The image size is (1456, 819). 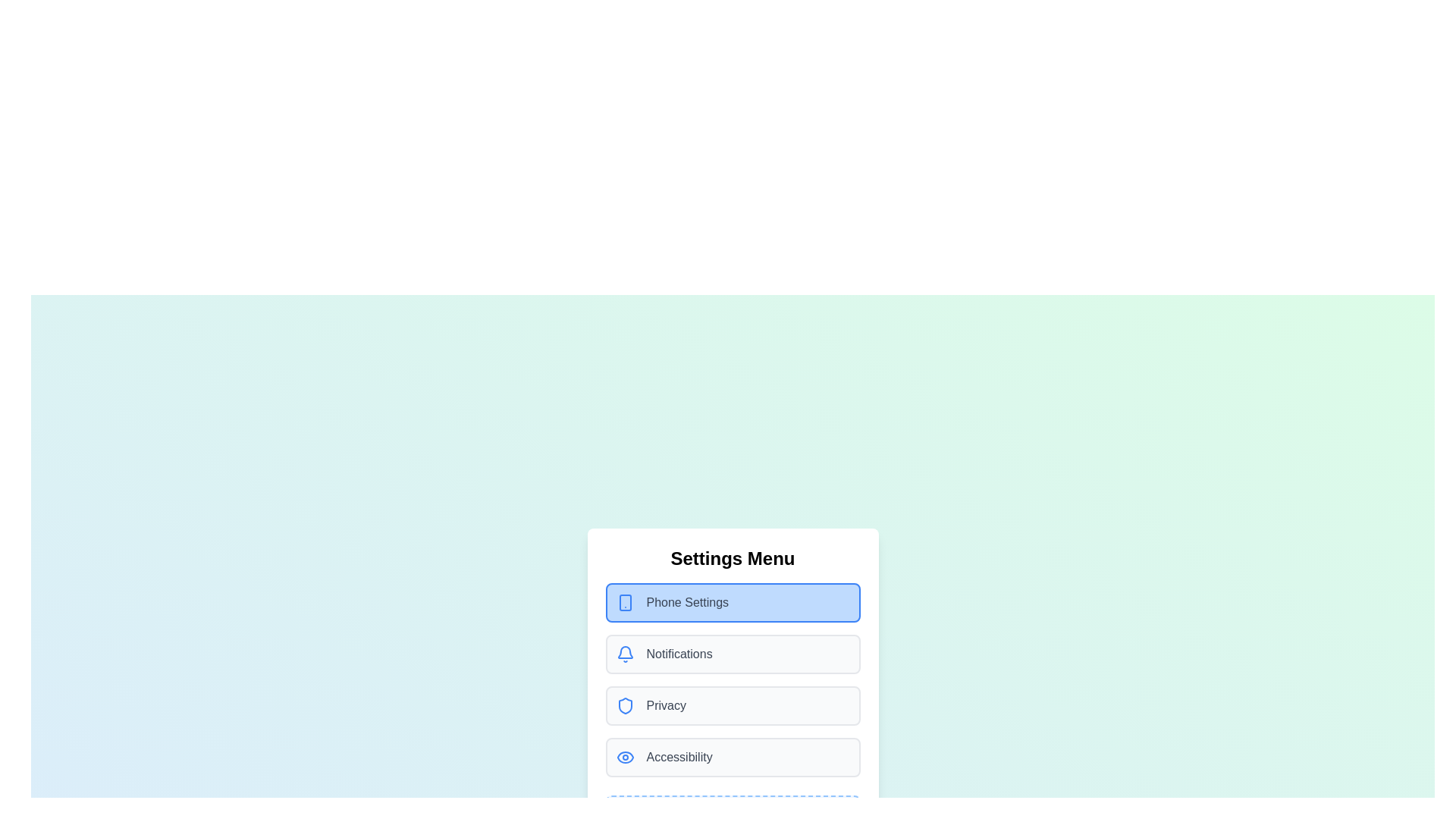 What do you see at coordinates (733, 705) in the screenshot?
I see `the menu item corresponding to Privacy` at bounding box center [733, 705].